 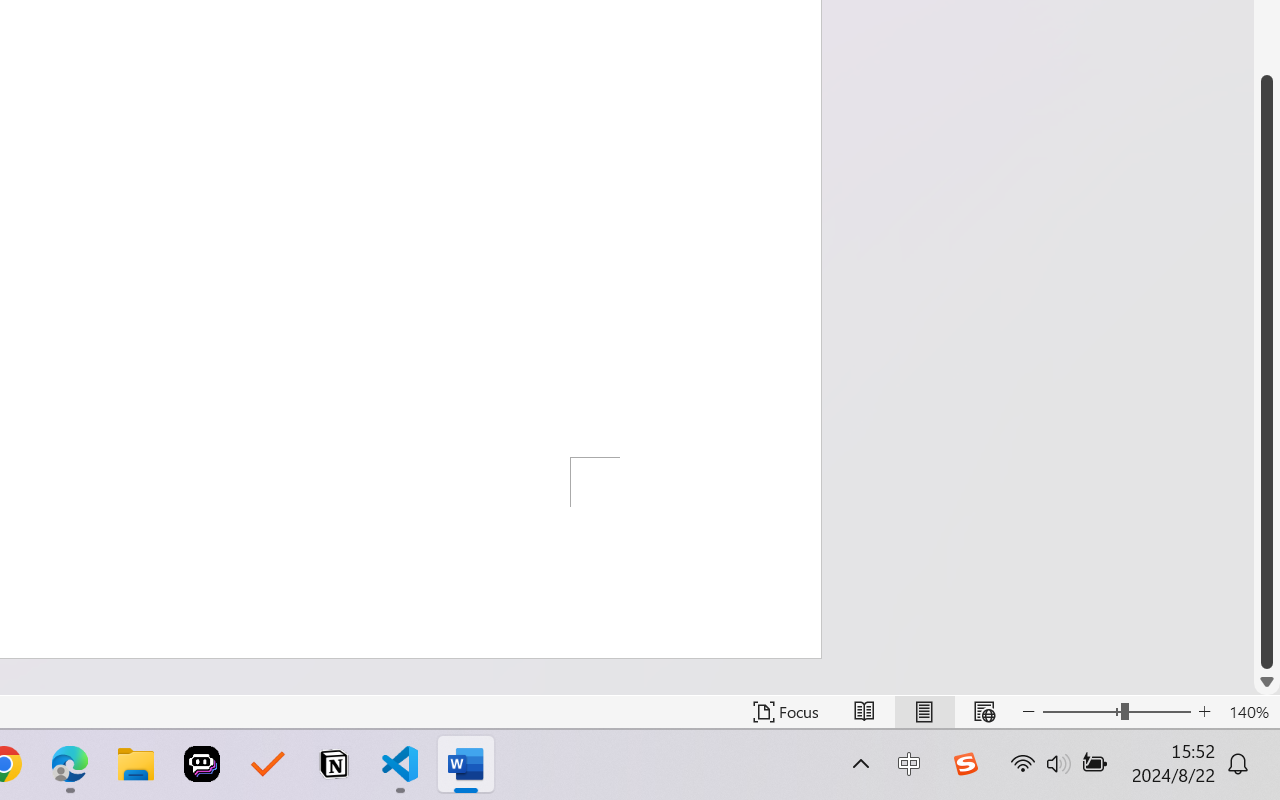 What do you see at coordinates (1080, 711) in the screenshot?
I see `'Zoom Out'` at bounding box center [1080, 711].